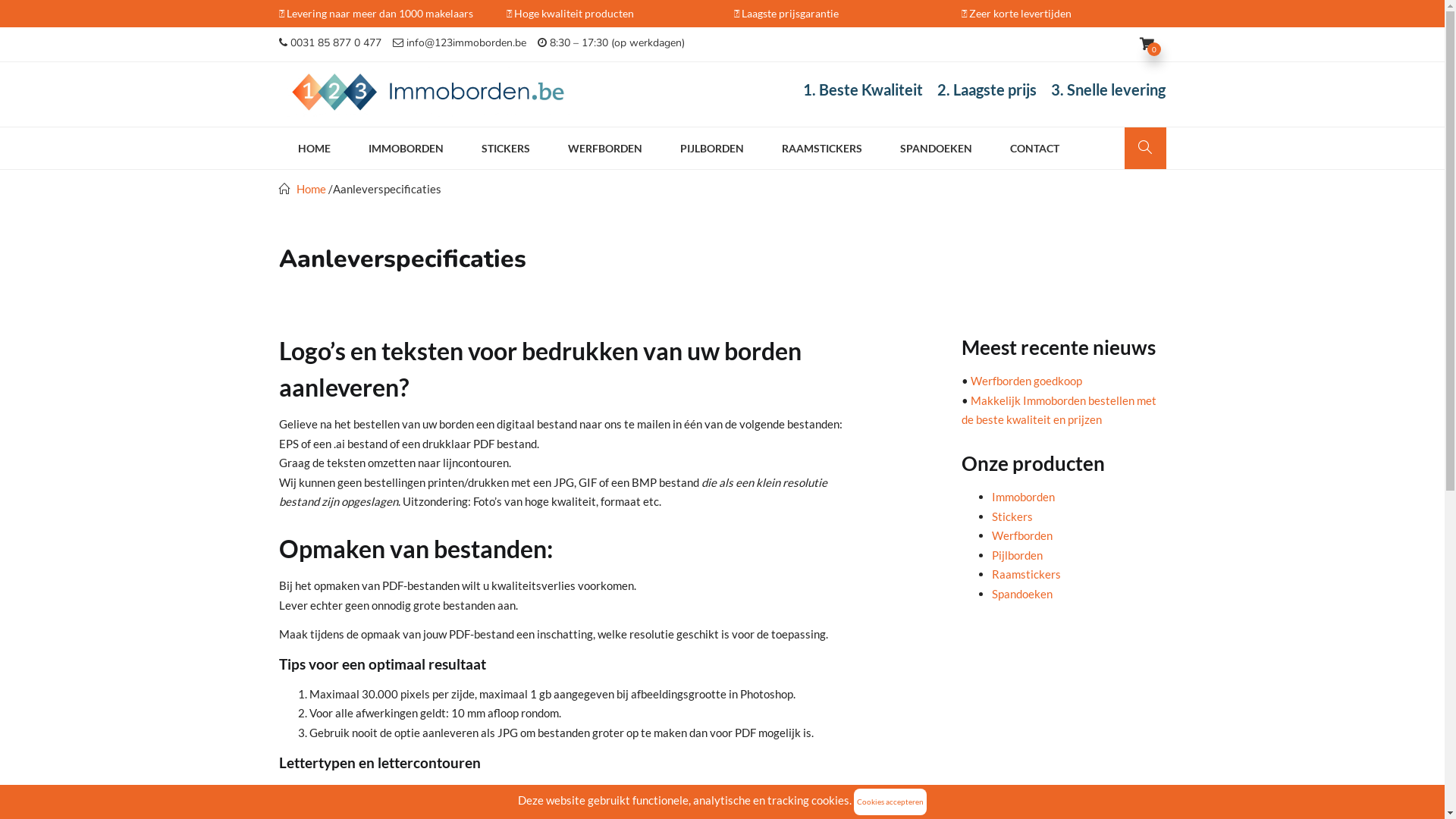  Describe the element at coordinates (890, 801) in the screenshot. I see `'Cookies accepteren'` at that location.